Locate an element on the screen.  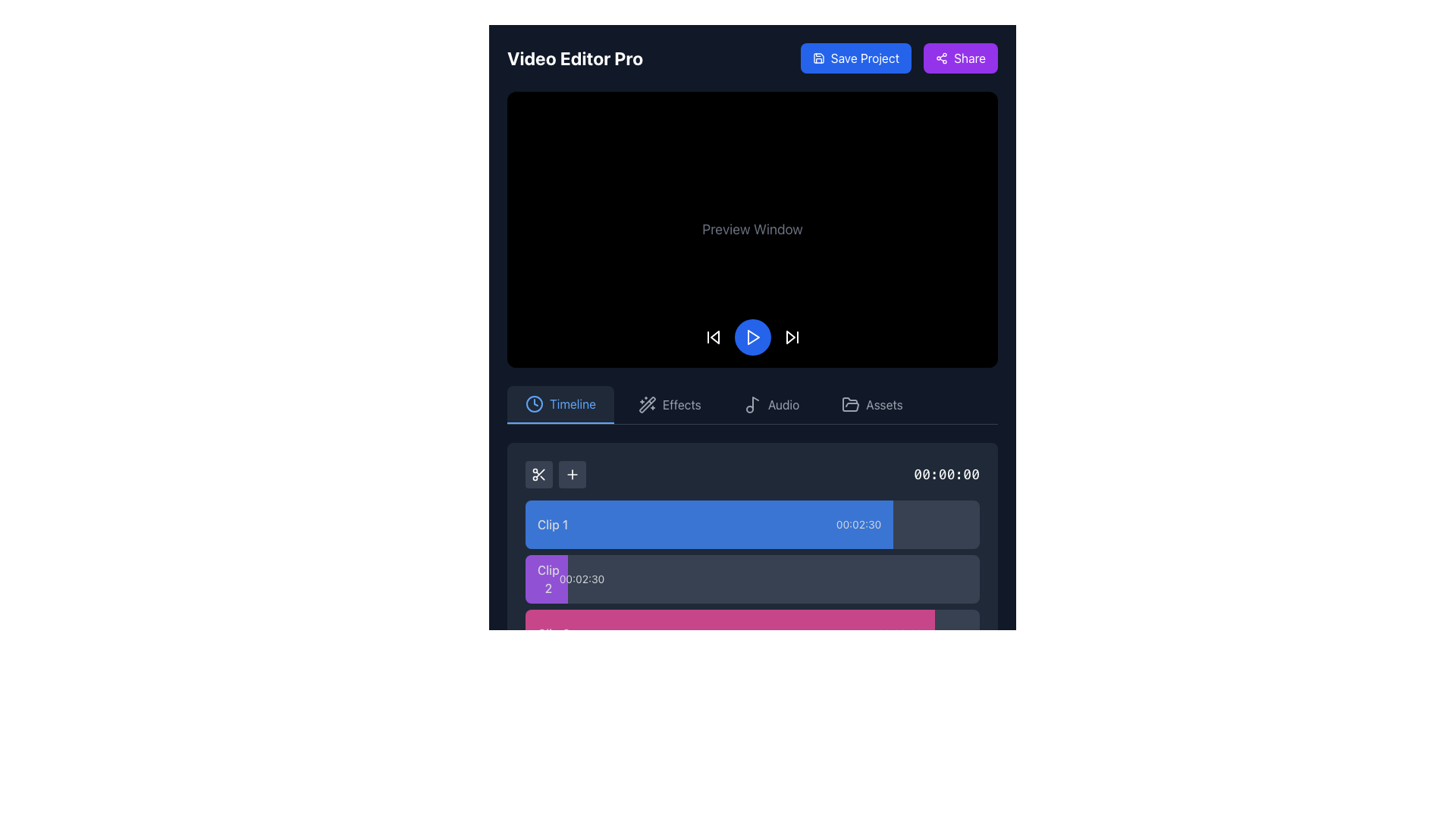
the square-shaped button with a '+' icon in the center, located in the timeline section to the right of the scissor-shaped button, to observe its hover effect is located at coordinates (571, 472).